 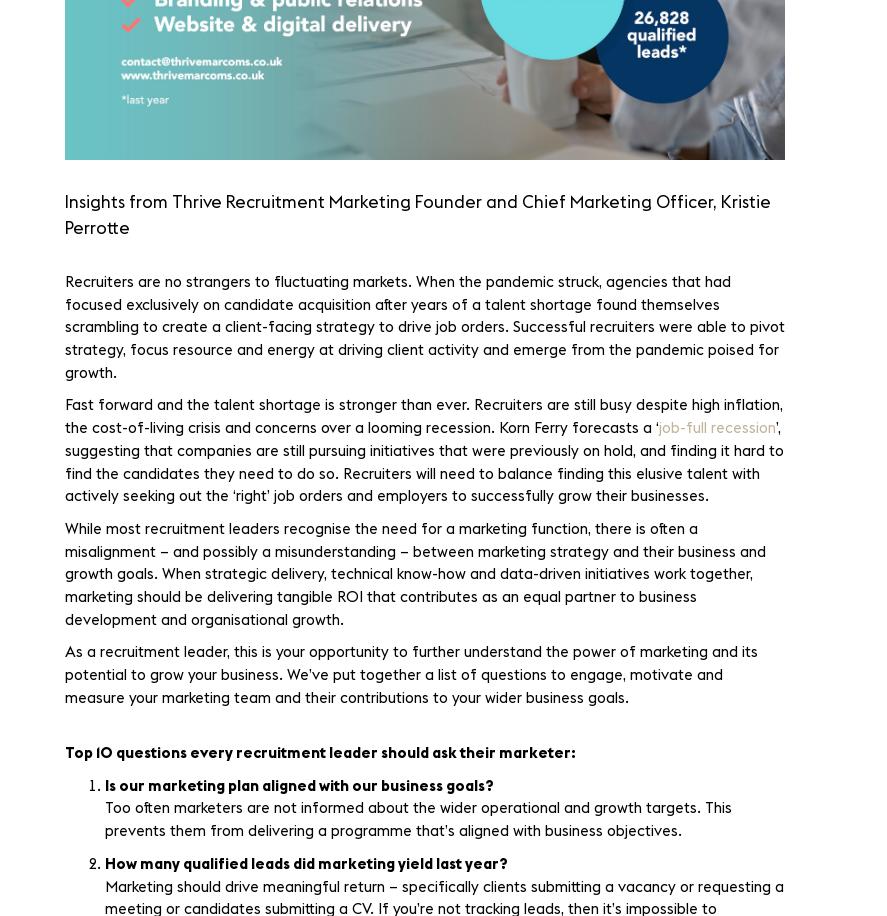 I want to click on 'As a recruitment leader, this is your opportunity to further understand the power of marketing and its potential to grow your business. We’ve put together a list of questions to engage, motivate and measure your marketing team and their contributions to your wider business goals.', so click(x=411, y=674).